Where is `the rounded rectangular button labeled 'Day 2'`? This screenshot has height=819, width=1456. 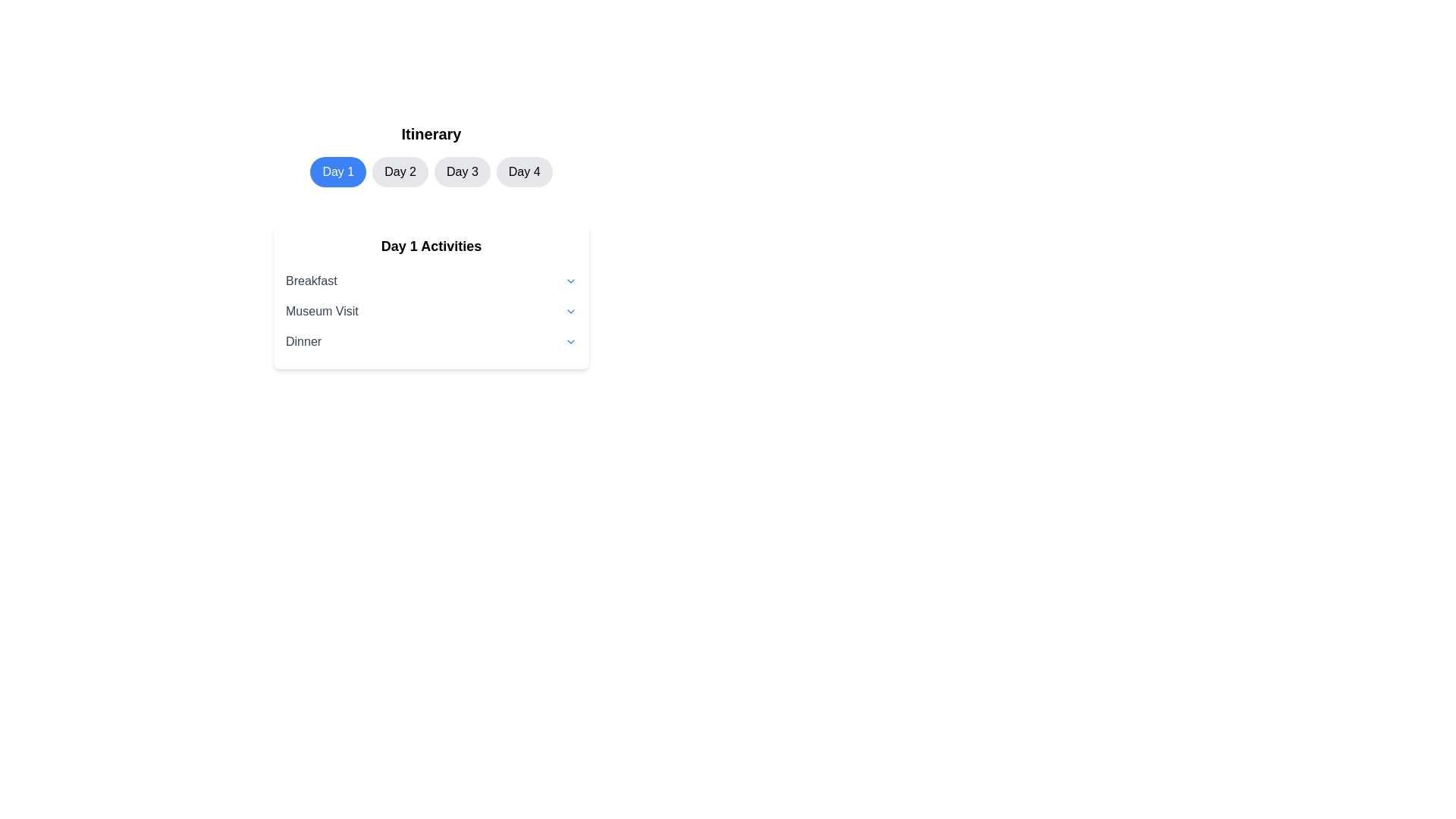
the rounded rectangular button labeled 'Day 2' is located at coordinates (400, 171).